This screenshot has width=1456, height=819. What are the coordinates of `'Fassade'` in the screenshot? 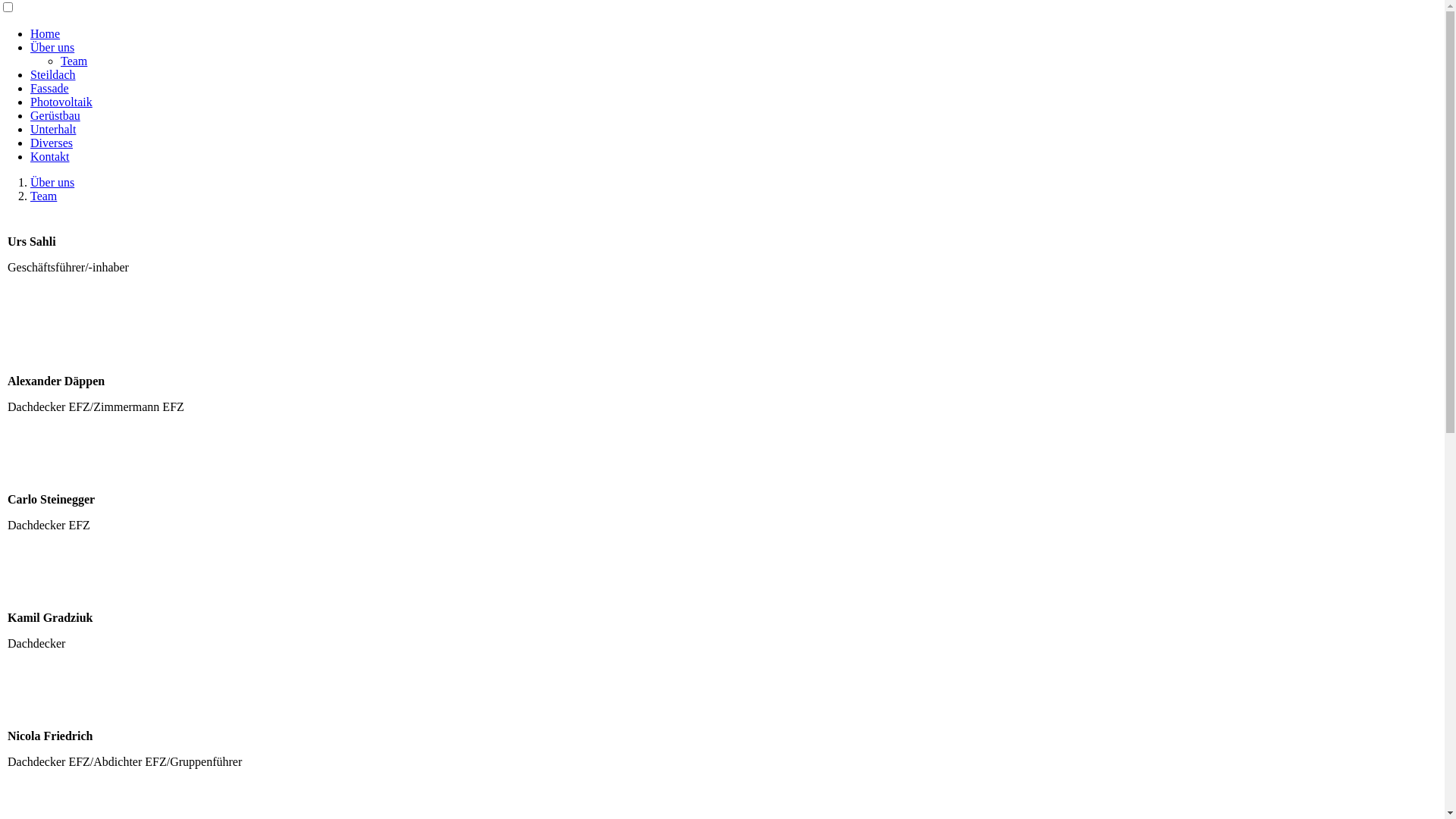 It's located at (49, 88).